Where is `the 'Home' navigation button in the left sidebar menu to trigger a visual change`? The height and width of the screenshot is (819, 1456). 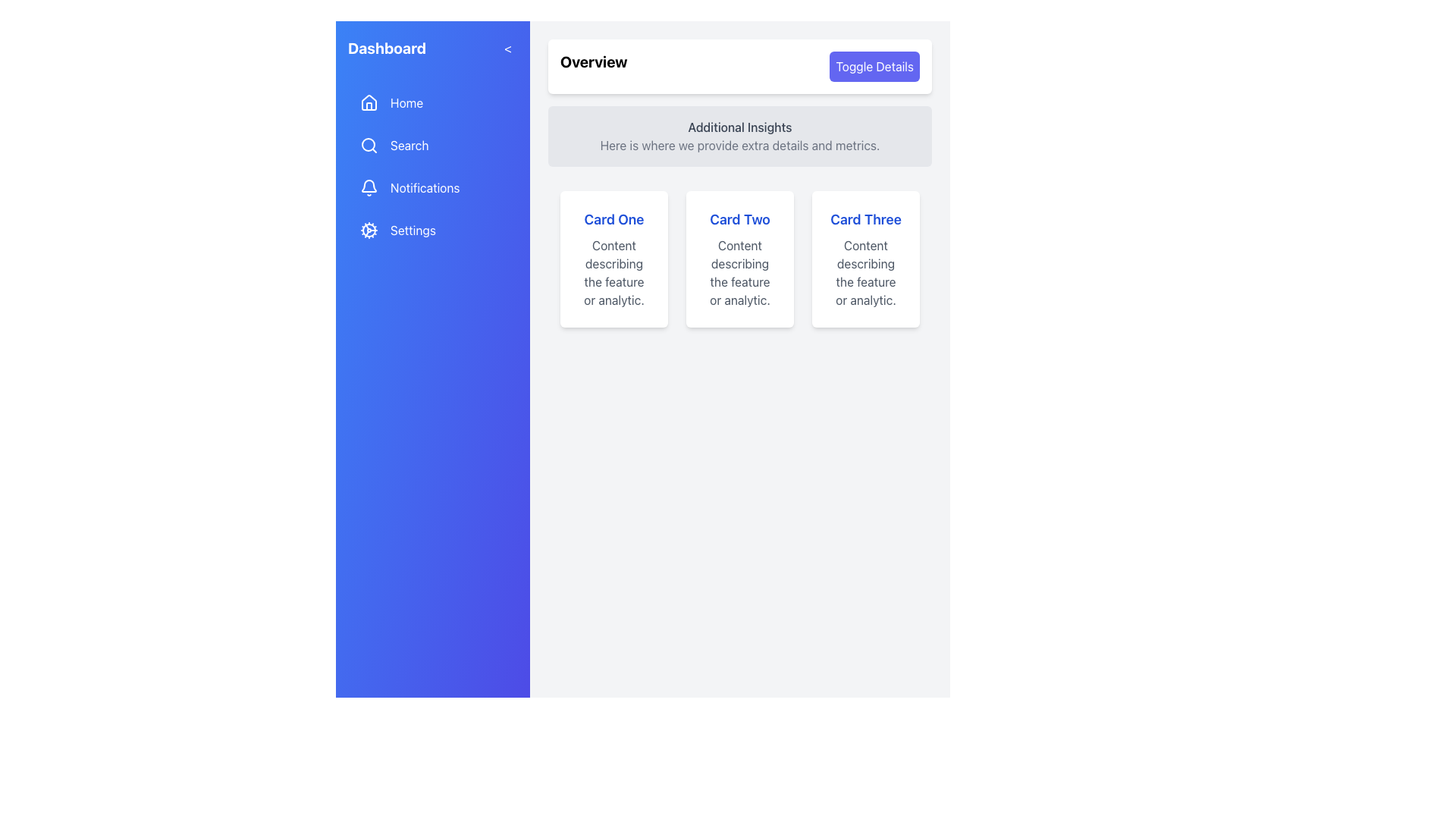
the 'Home' navigation button in the left sidebar menu to trigger a visual change is located at coordinates (432, 102).